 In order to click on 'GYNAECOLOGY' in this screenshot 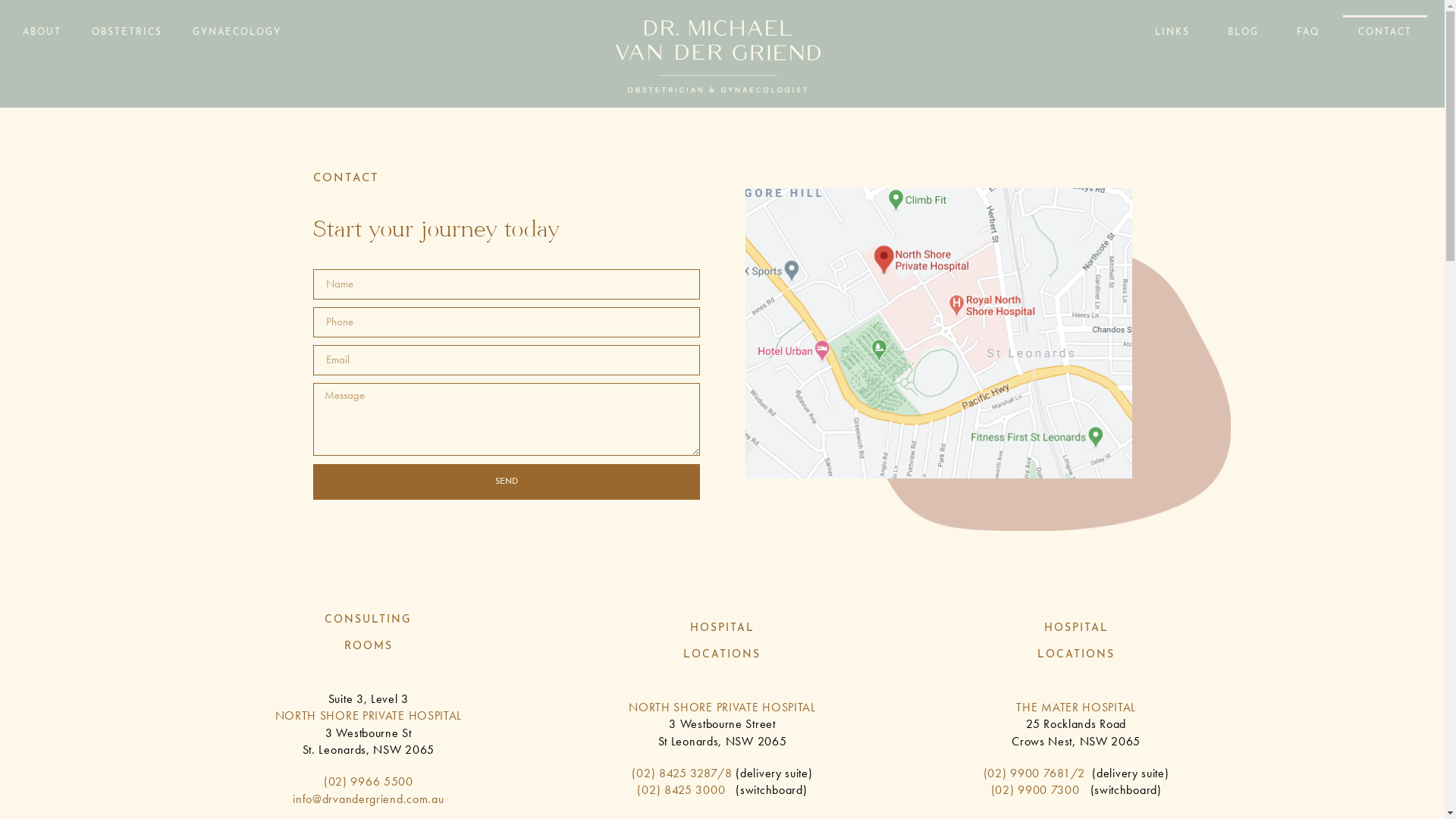, I will do `click(236, 32)`.